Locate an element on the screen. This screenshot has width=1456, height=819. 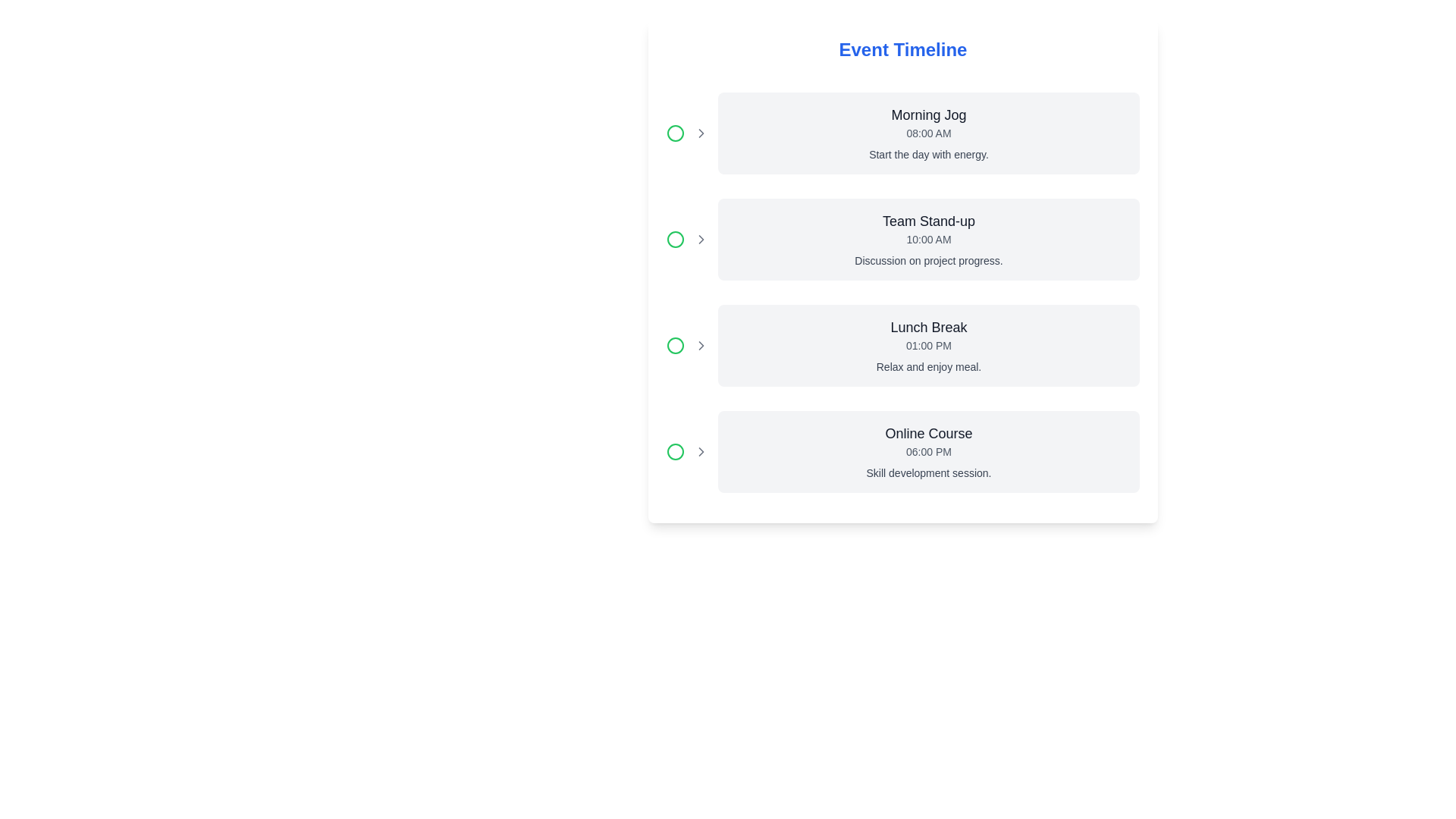
the static text that provides a brief description for the associated event 'Online Course', located below the '06:00 PM' text in the bottom right section of the timeline interface is located at coordinates (927, 472).